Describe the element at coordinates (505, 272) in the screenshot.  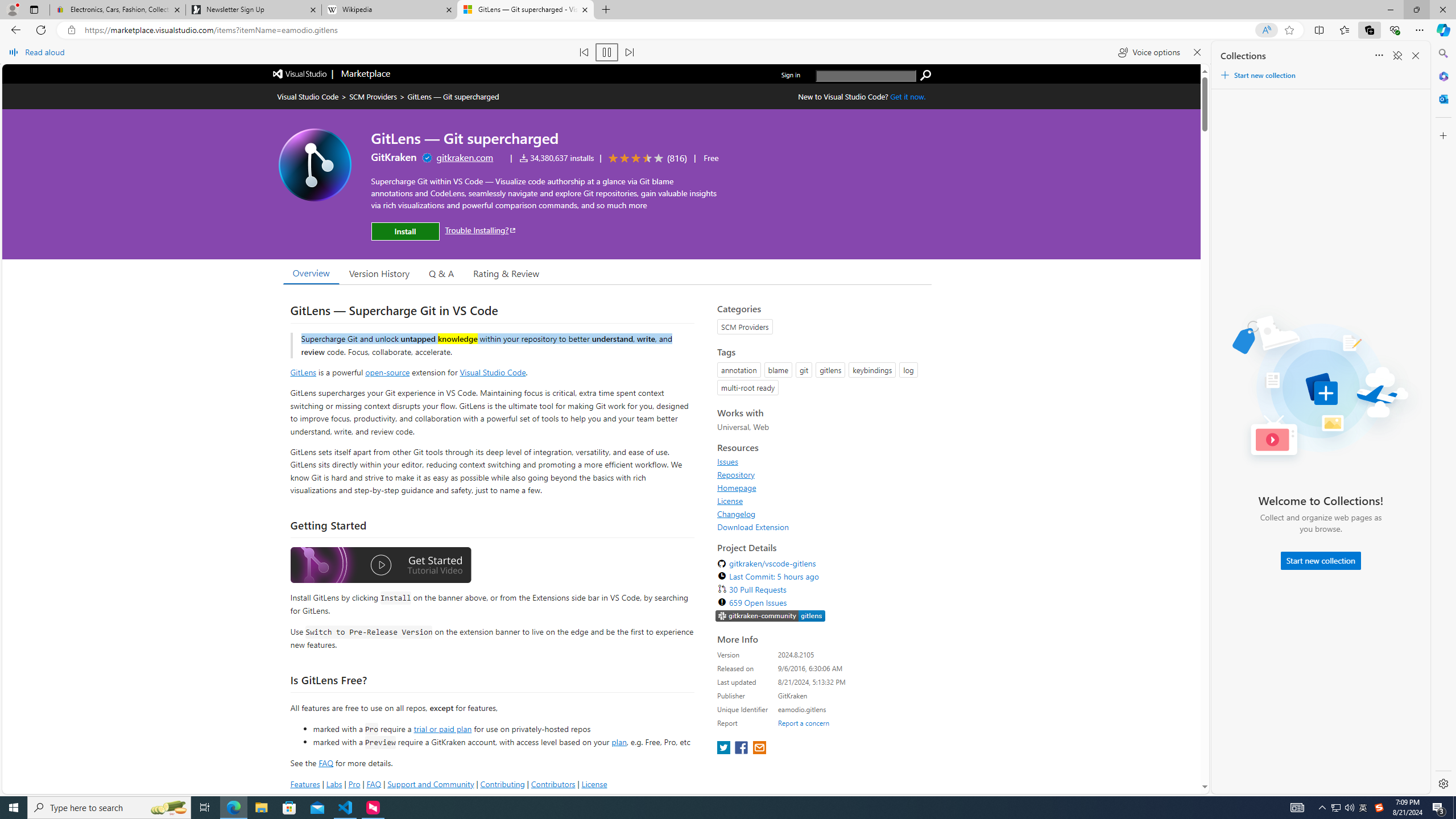
I see `'Rating & Review'` at that location.